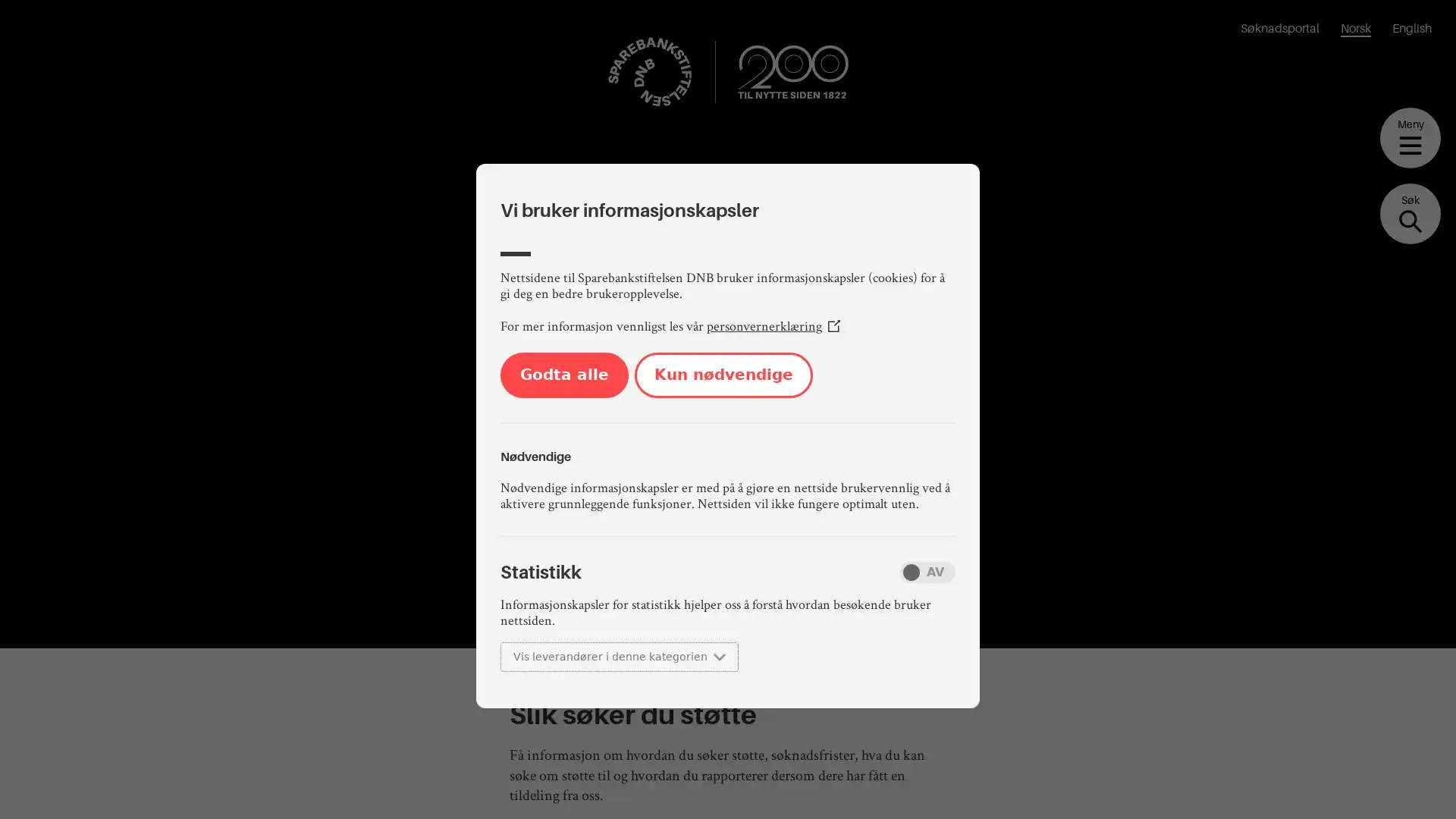 This screenshot has width=1456, height=819. What do you see at coordinates (619, 656) in the screenshot?
I see `Vis leverandrer i denne kategorien` at bounding box center [619, 656].